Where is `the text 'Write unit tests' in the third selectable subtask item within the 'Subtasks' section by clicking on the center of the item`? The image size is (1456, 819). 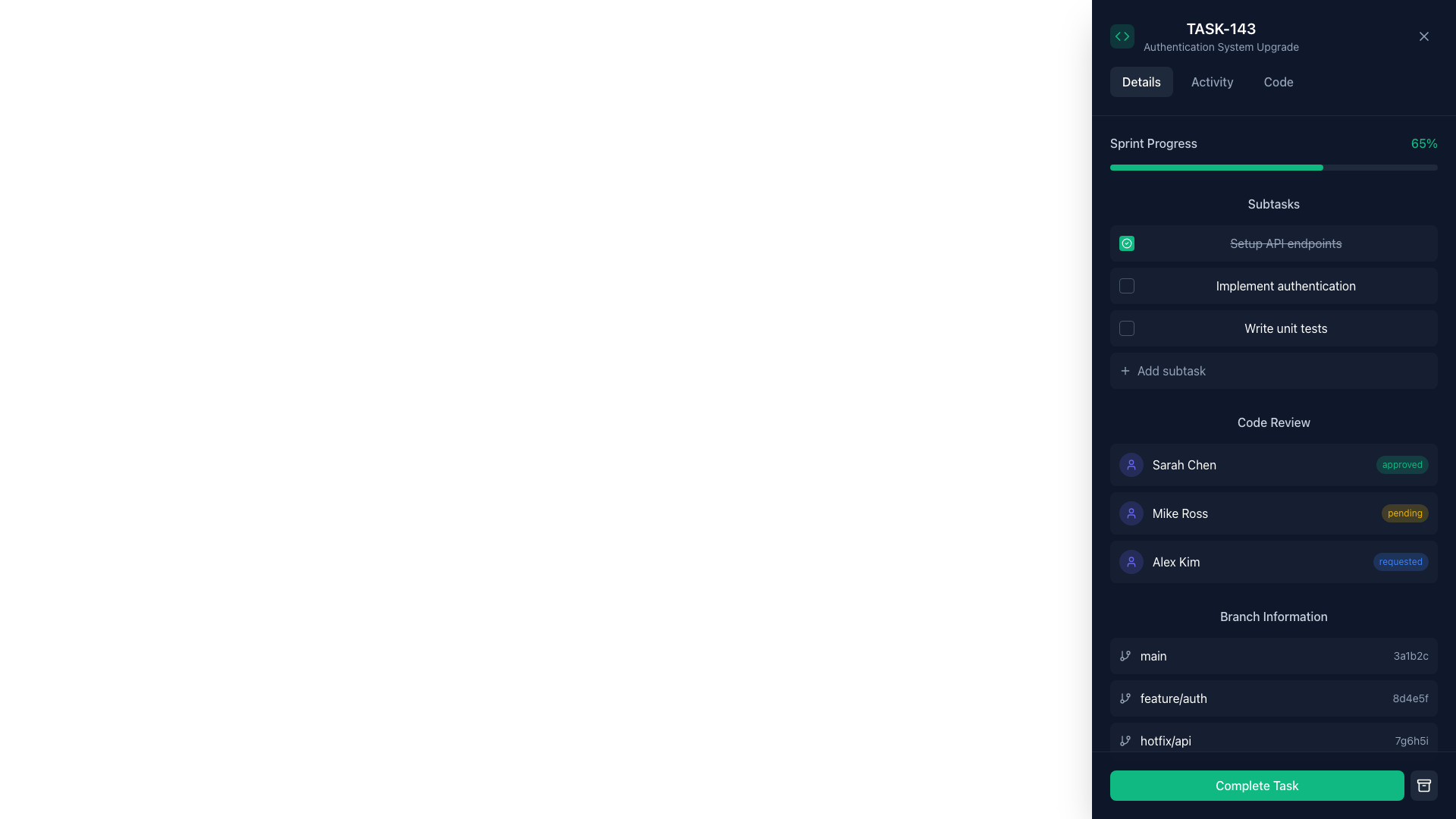
the text 'Write unit tests' in the third selectable subtask item within the 'Subtasks' section by clicking on the center of the item is located at coordinates (1274, 327).